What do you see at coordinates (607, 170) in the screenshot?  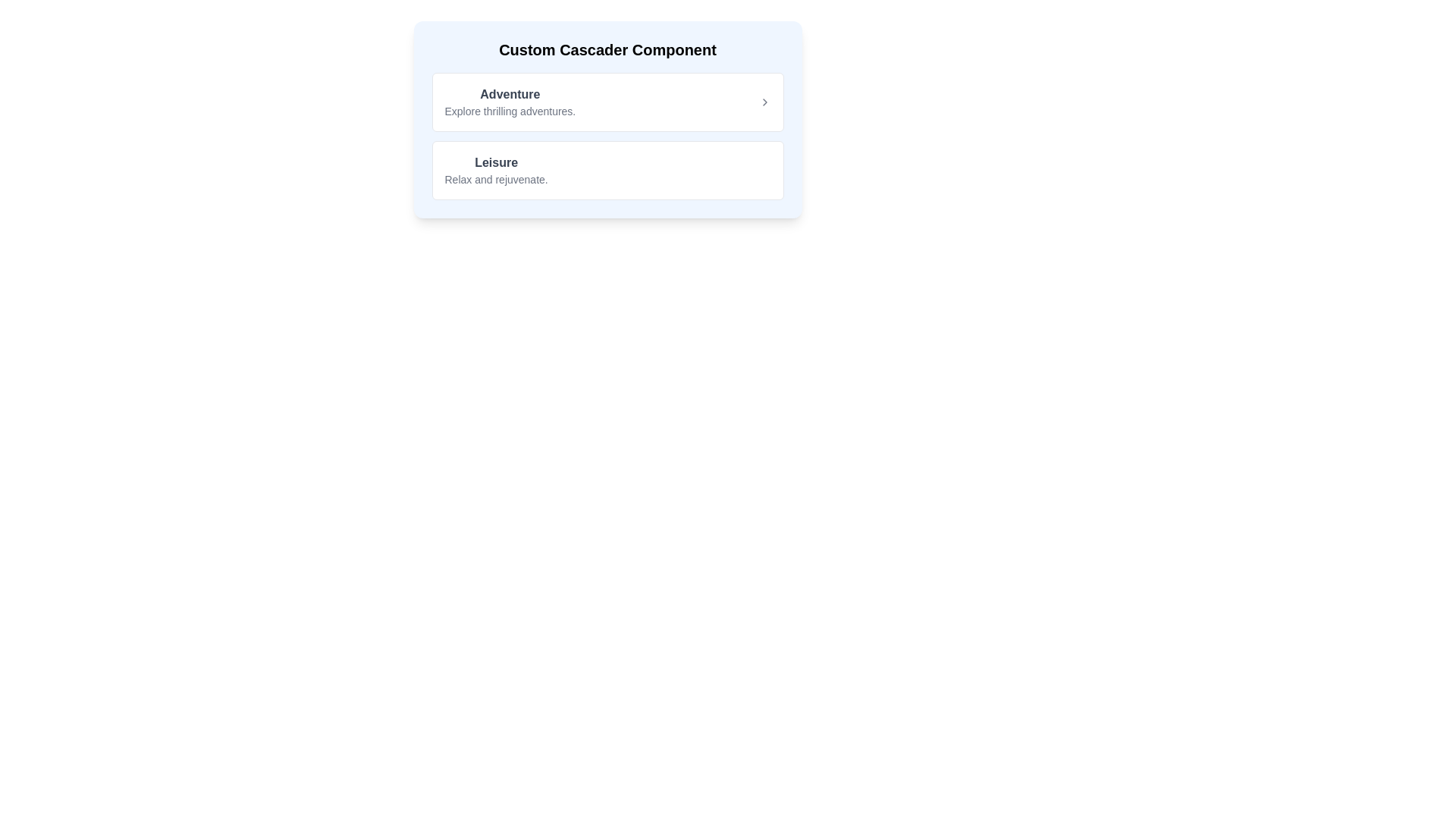 I see `the second Option card in the vertical stack that provides information about leisure activities, located below the 'Adventure' card` at bounding box center [607, 170].